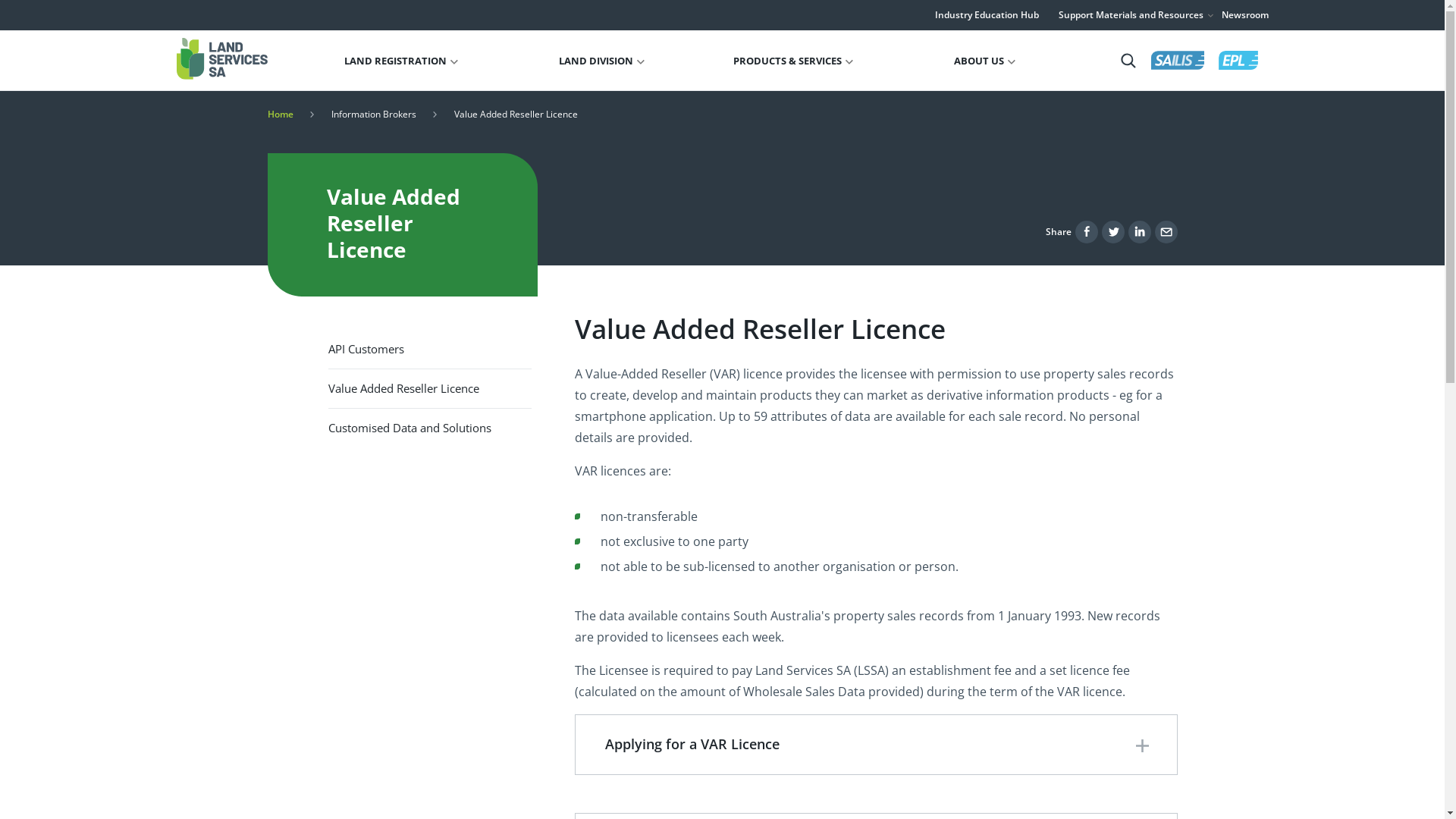 Image resolution: width=1456 pixels, height=819 pixels. Describe the element at coordinates (330, 113) in the screenshot. I see `'Information Brokers'` at that location.